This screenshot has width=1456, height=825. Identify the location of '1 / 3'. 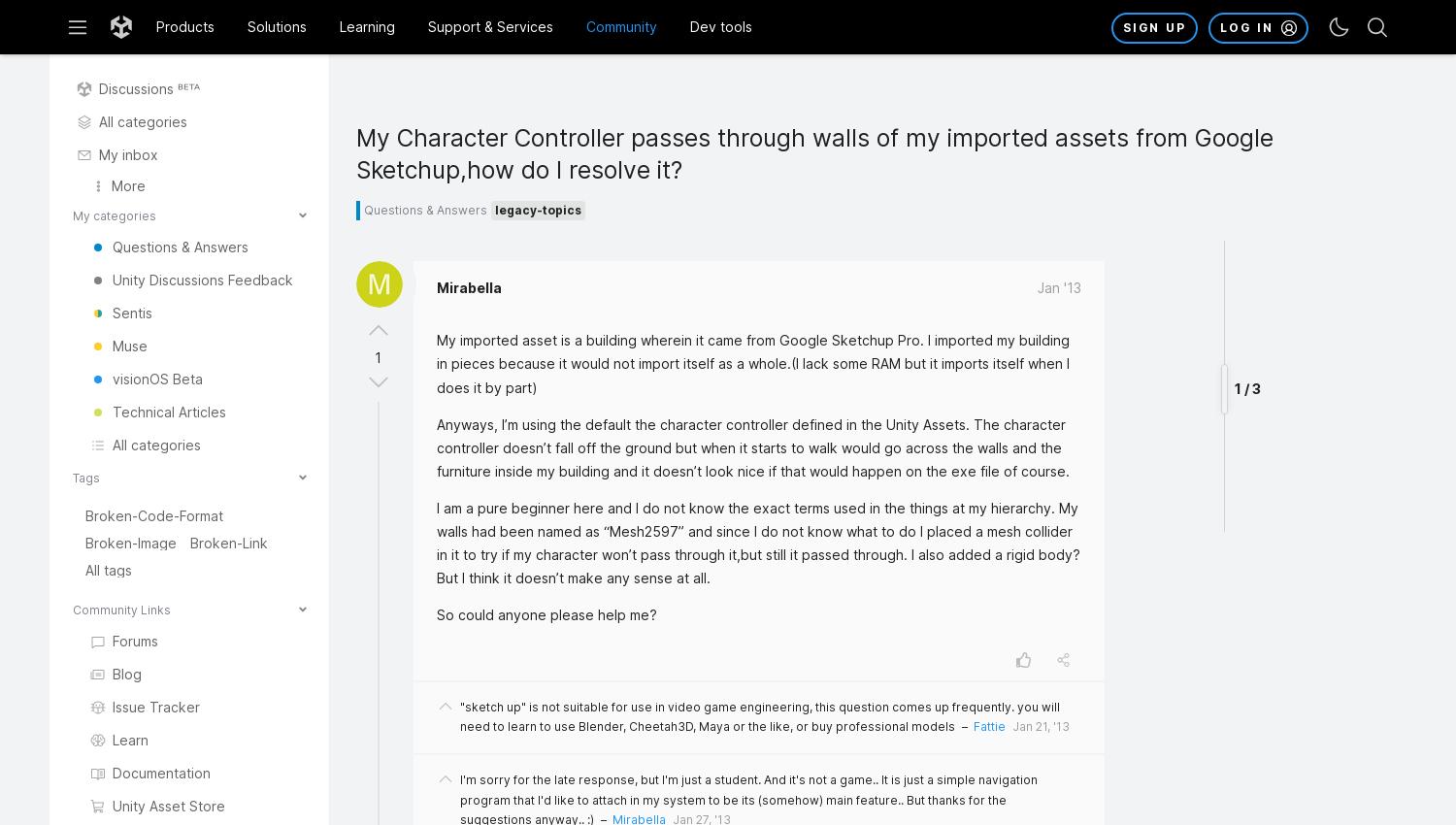
(1247, 263).